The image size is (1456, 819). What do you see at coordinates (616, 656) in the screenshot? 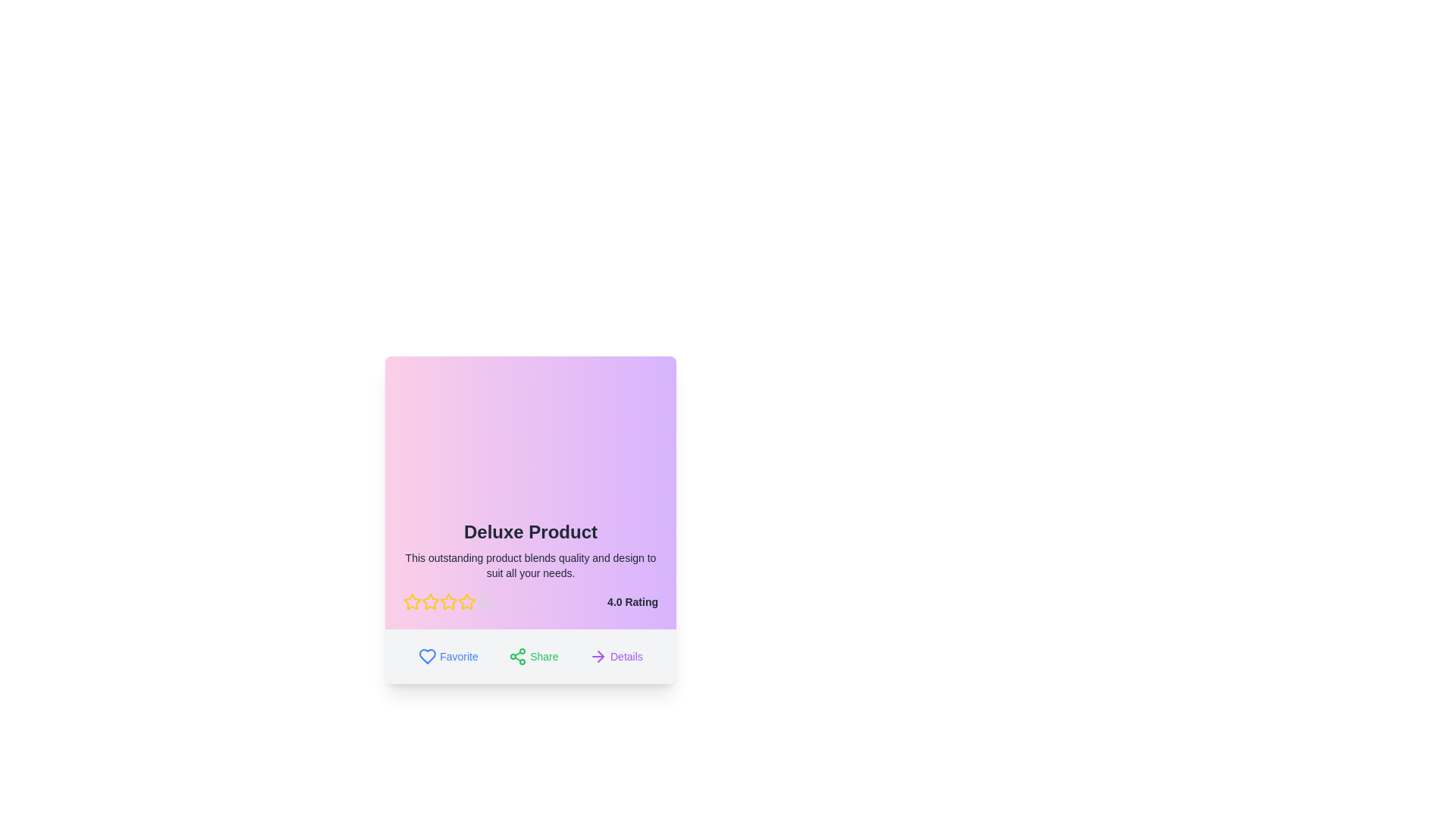
I see `the 'Details' button, which is located at the rightmost position in a group of three buttons` at bounding box center [616, 656].